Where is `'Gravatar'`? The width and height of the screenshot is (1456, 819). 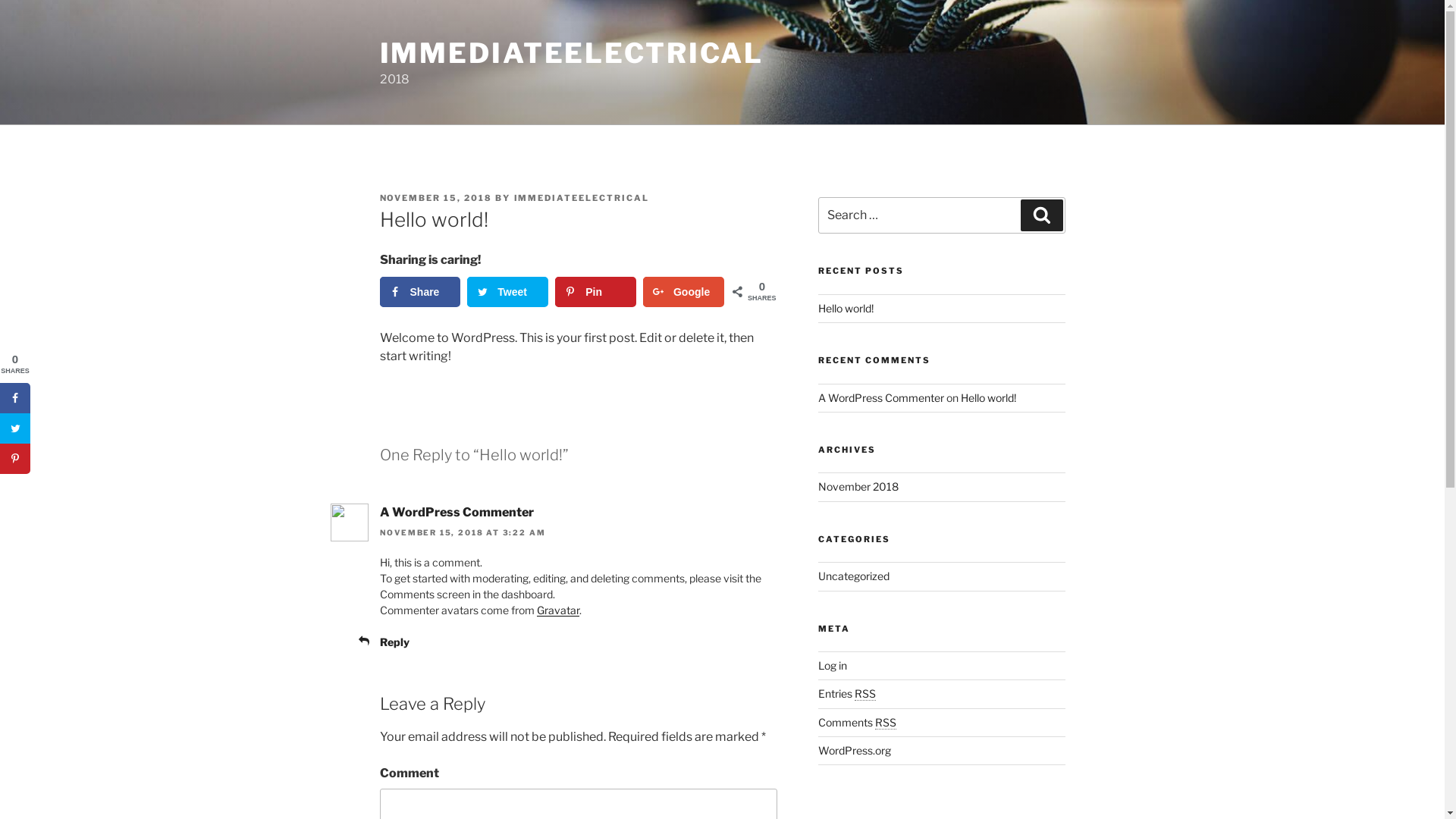
'Gravatar' is located at coordinates (557, 609).